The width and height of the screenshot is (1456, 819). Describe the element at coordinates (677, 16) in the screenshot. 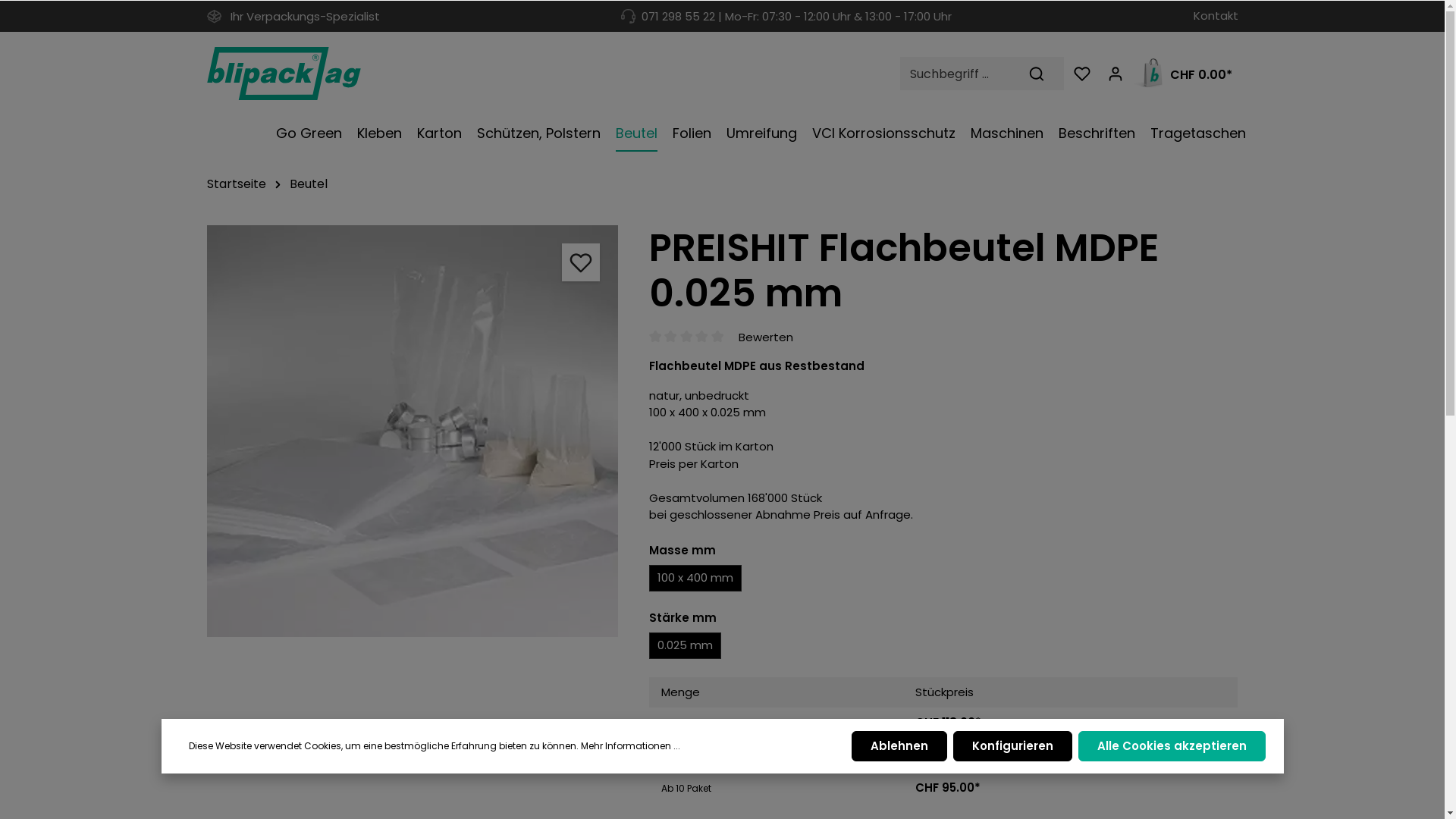

I see `'071 298 55 22'` at that location.